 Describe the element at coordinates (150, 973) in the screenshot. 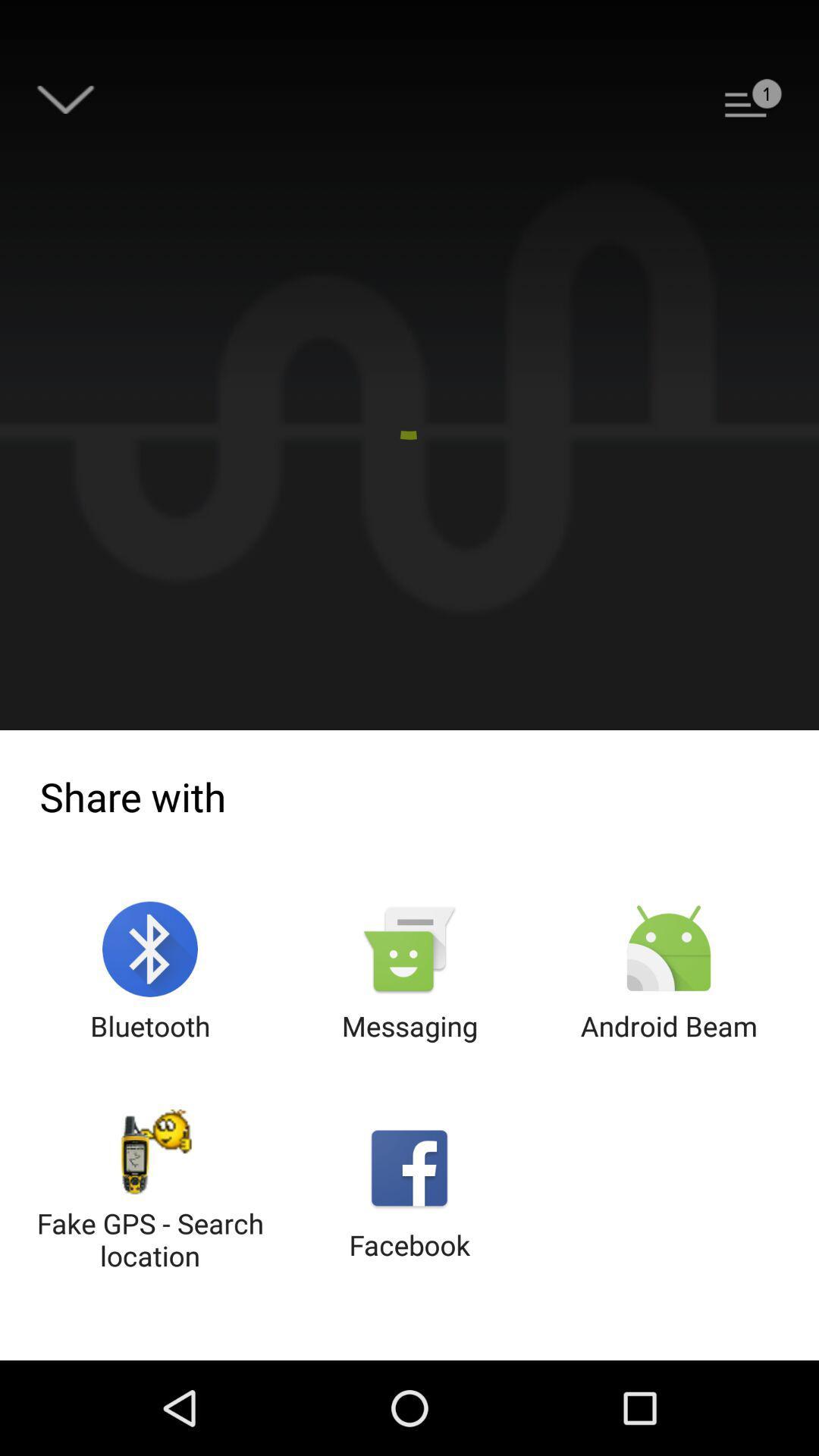

I see `the bluetooth icon` at that location.